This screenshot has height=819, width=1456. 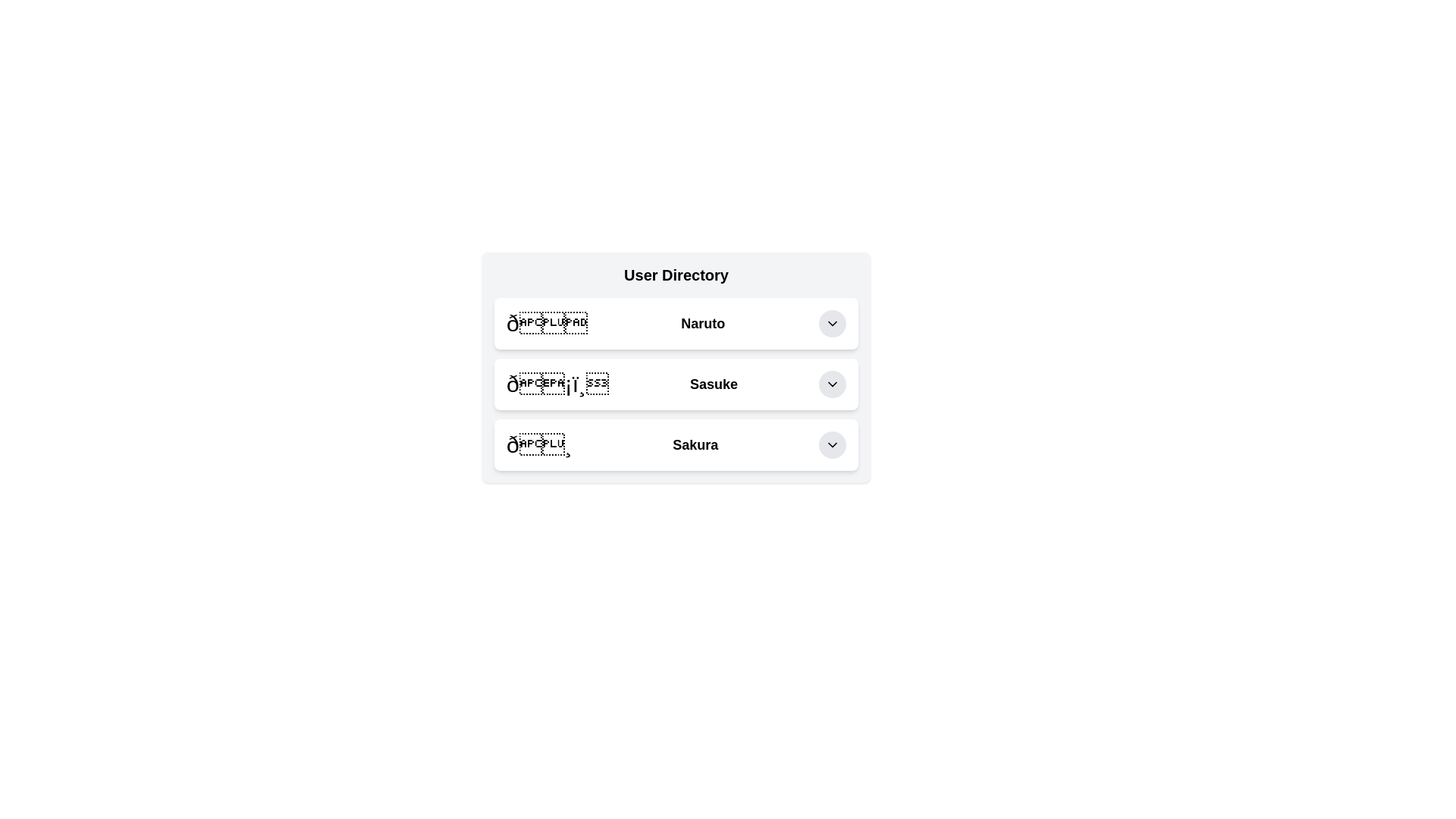 What do you see at coordinates (676, 383) in the screenshot?
I see `the second user entry in the list, which represents 'Sasuke'` at bounding box center [676, 383].